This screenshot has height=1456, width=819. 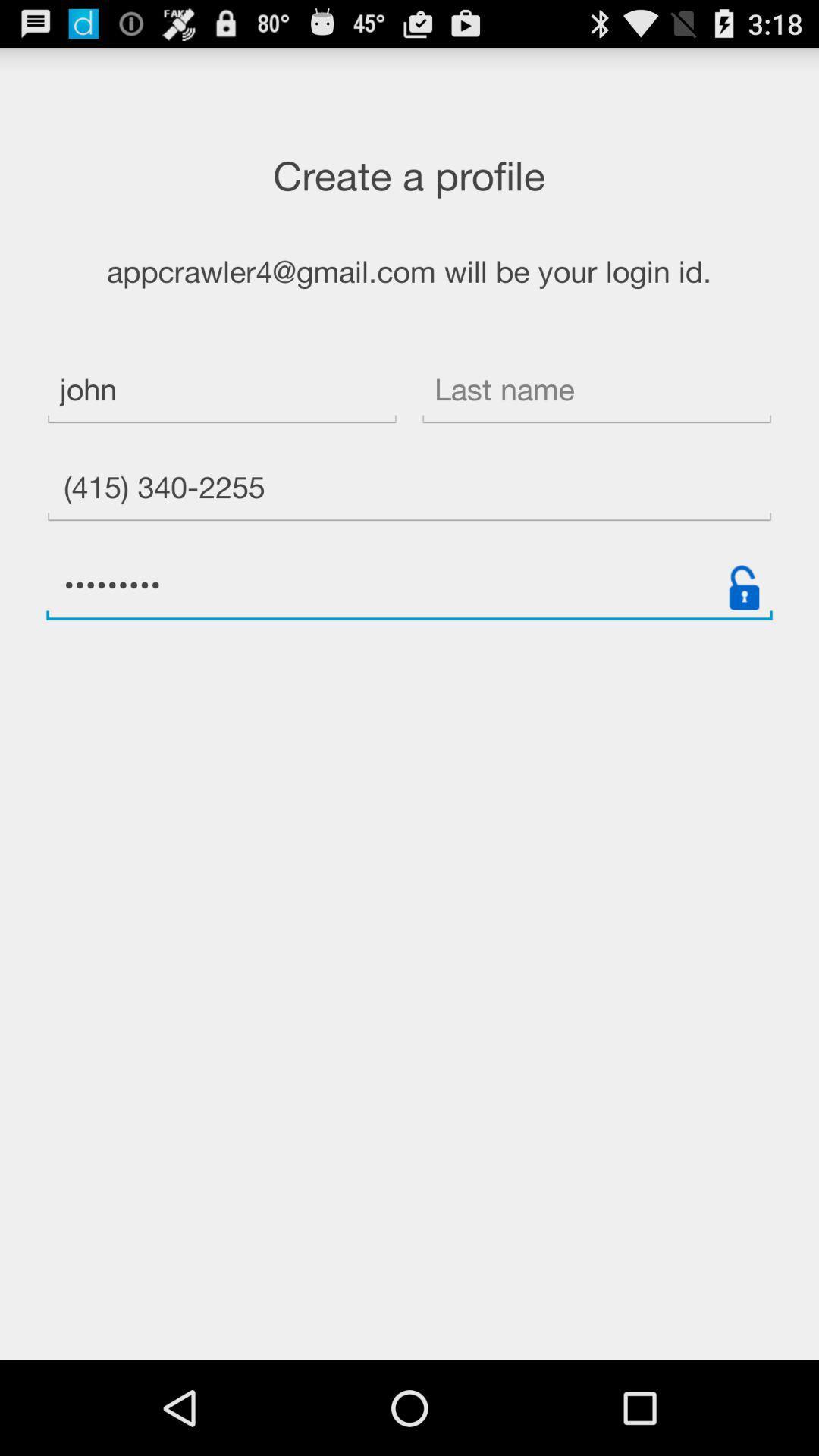 I want to click on crowd3116 item, so click(x=409, y=587).